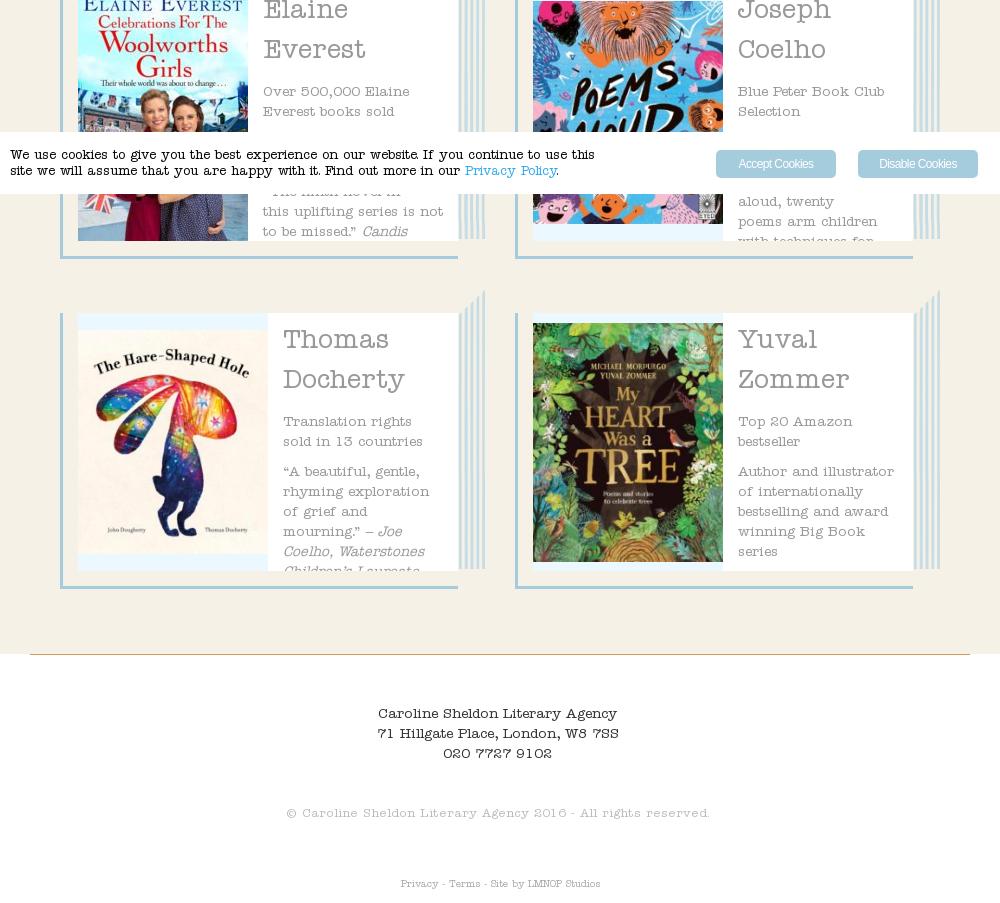 This screenshot has height=903, width=1000. What do you see at coordinates (335, 103) in the screenshot?
I see `'Over 500,000 Elaine Everest books sold'` at bounding box center [335, 103].